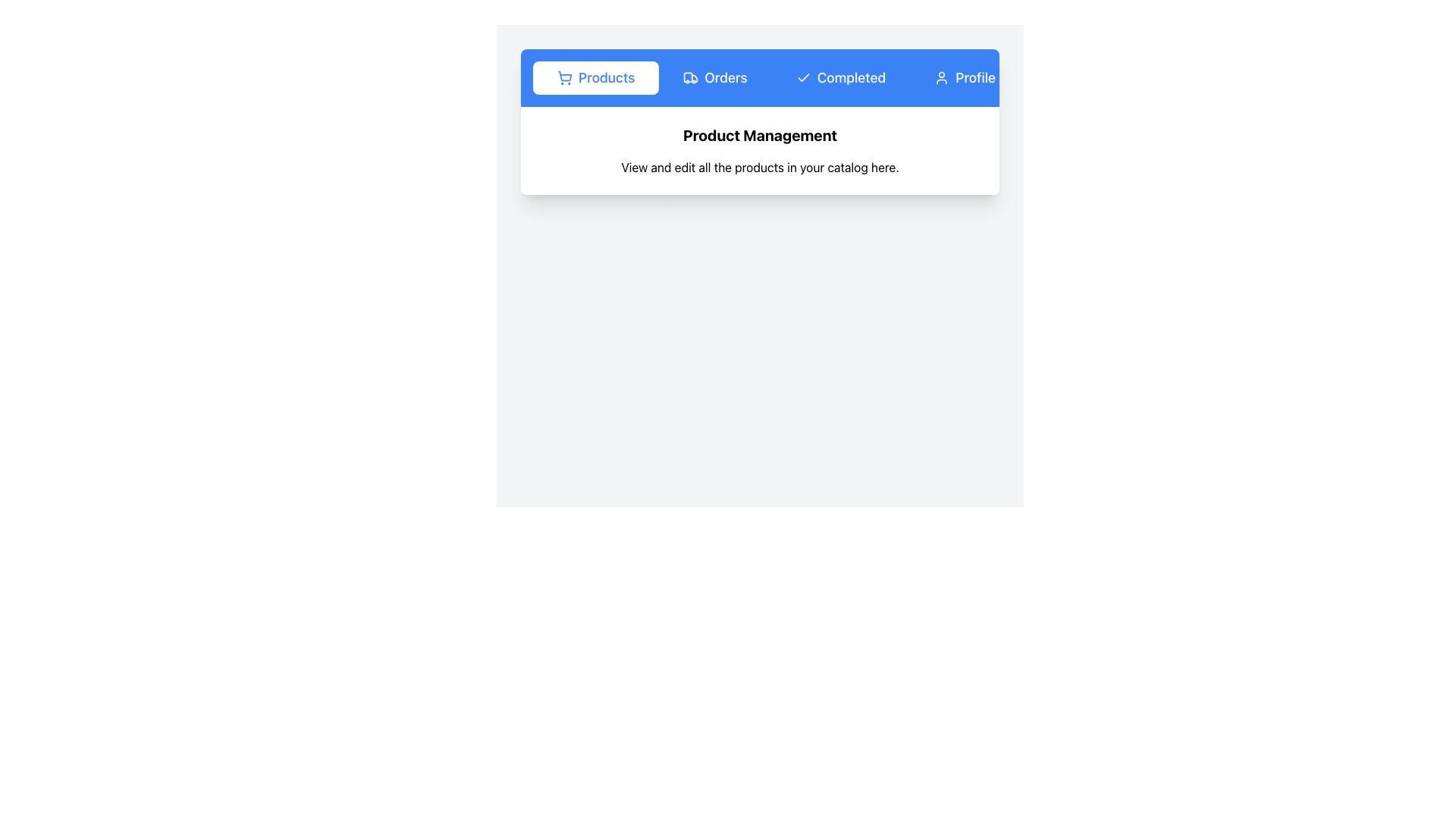 The width and height of the screenshot is (1456, 819). I want to click on the first button in the blue navigation bar at the top of the section to direct the user to the products section for visual feedback, so click(595, 78).